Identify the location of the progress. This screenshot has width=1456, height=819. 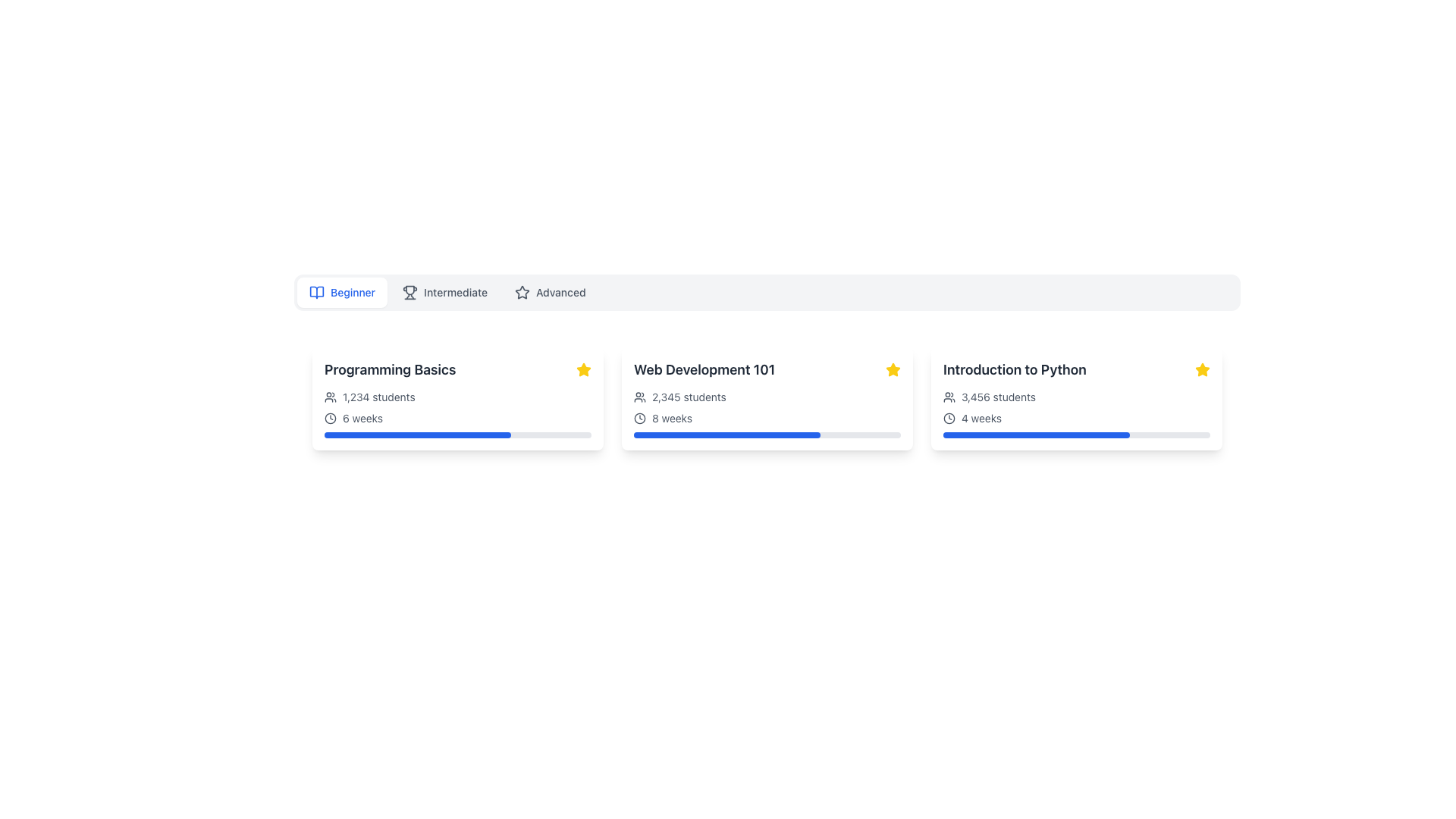
(546, 435).